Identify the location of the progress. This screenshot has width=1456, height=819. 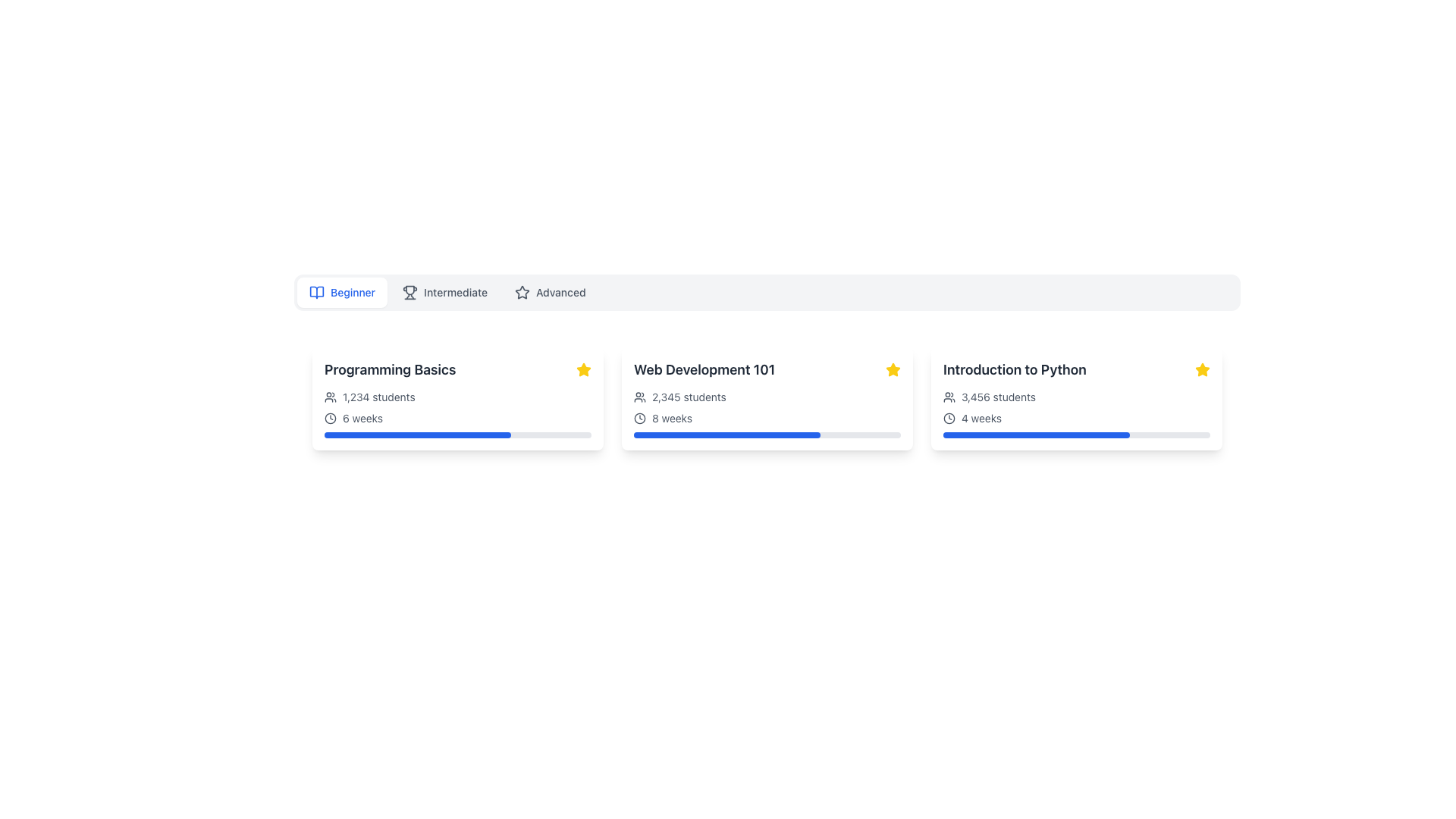
(546, 435).